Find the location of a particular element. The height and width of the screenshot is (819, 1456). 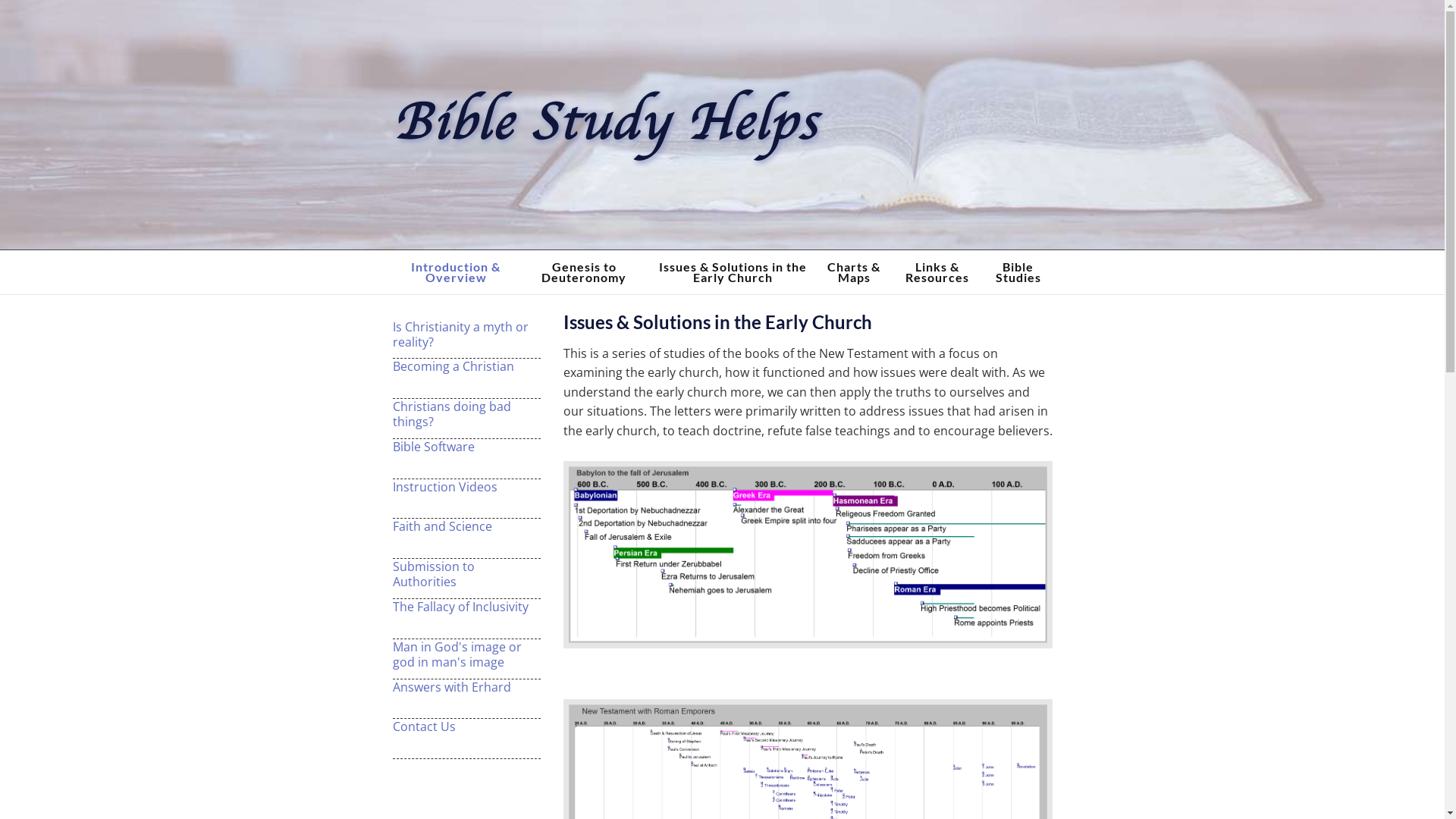

'Christians doing bad things?' is located at coordinates (466, 414).